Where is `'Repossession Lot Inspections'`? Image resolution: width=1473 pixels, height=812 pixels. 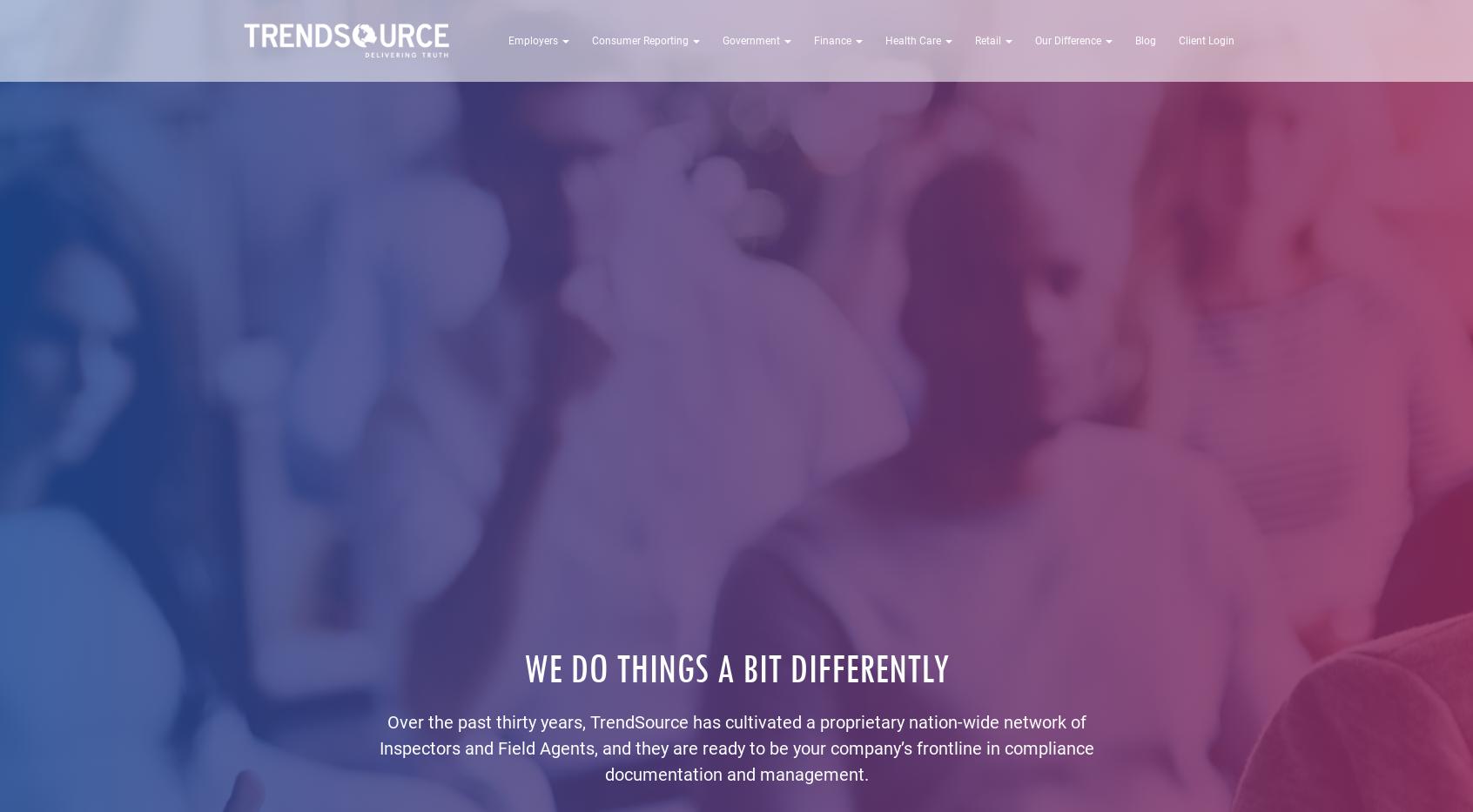 'Repossession Lot Inspections' is located at coordinates (645, 105).